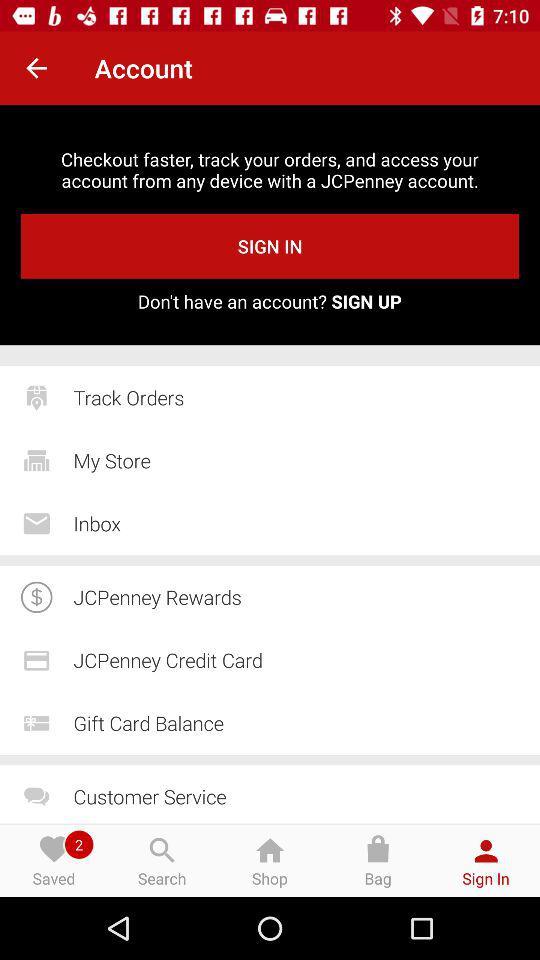 This screenshot has width=540, height=960. Describe the element at coordinates (36, 68) in the screenshot. I see `icon next to the account` at that location.